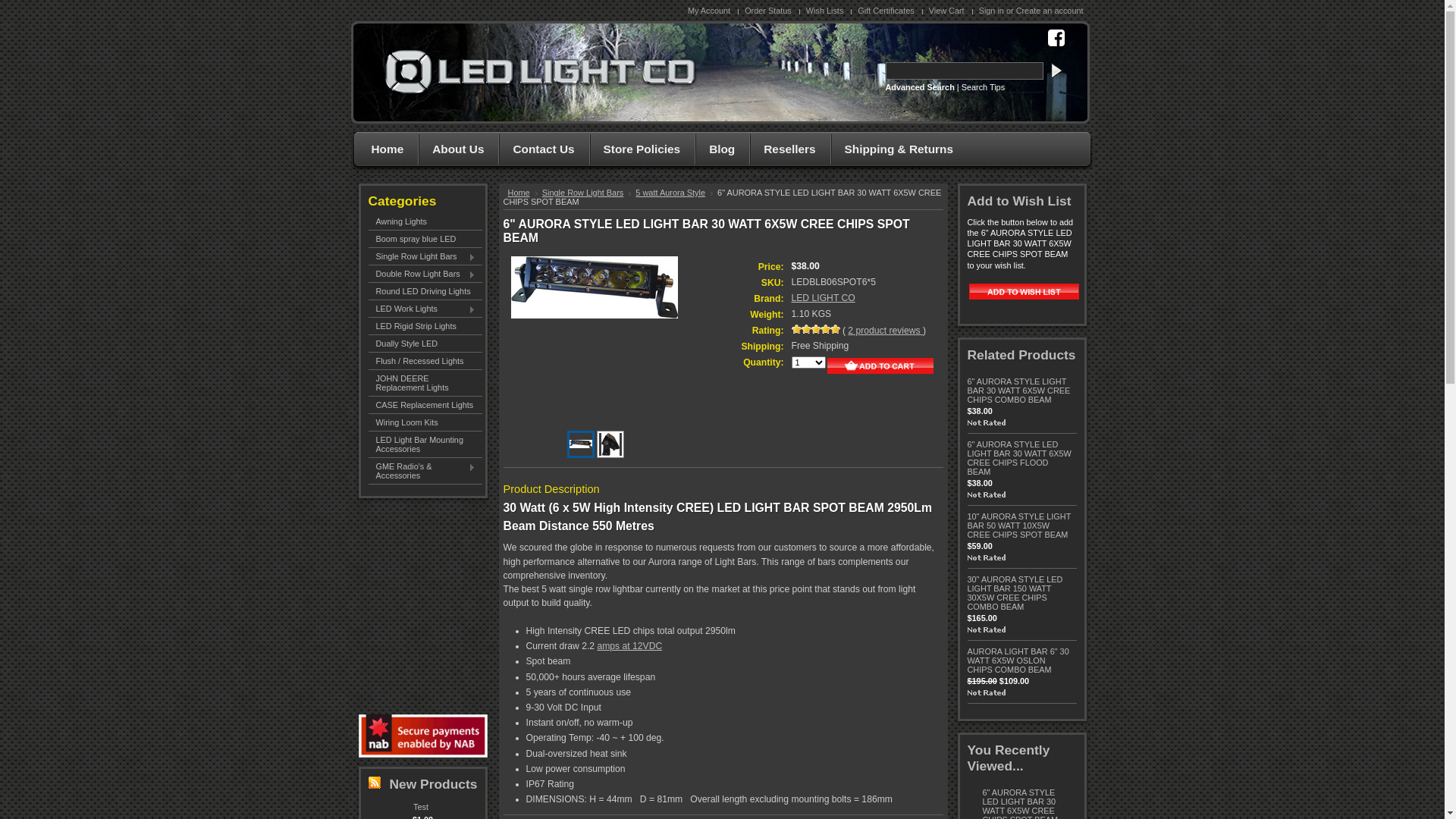  What do you see at coordinates (1049, 11) in the screenshot?
I see `'Create an account'` at bounding box center [1049, 11].